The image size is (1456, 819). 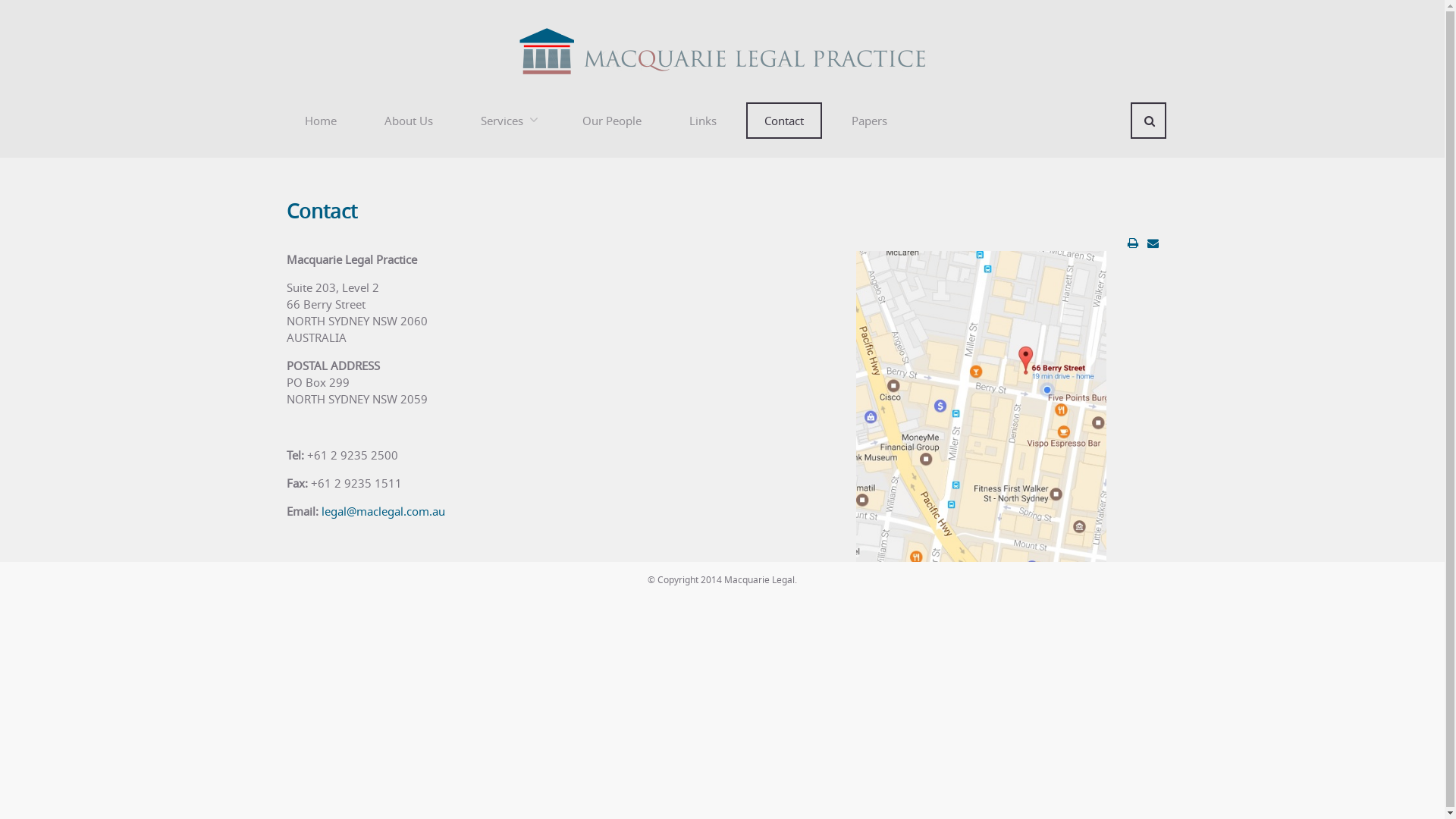 I want to click on 'Home', so click(x=287, y=119).